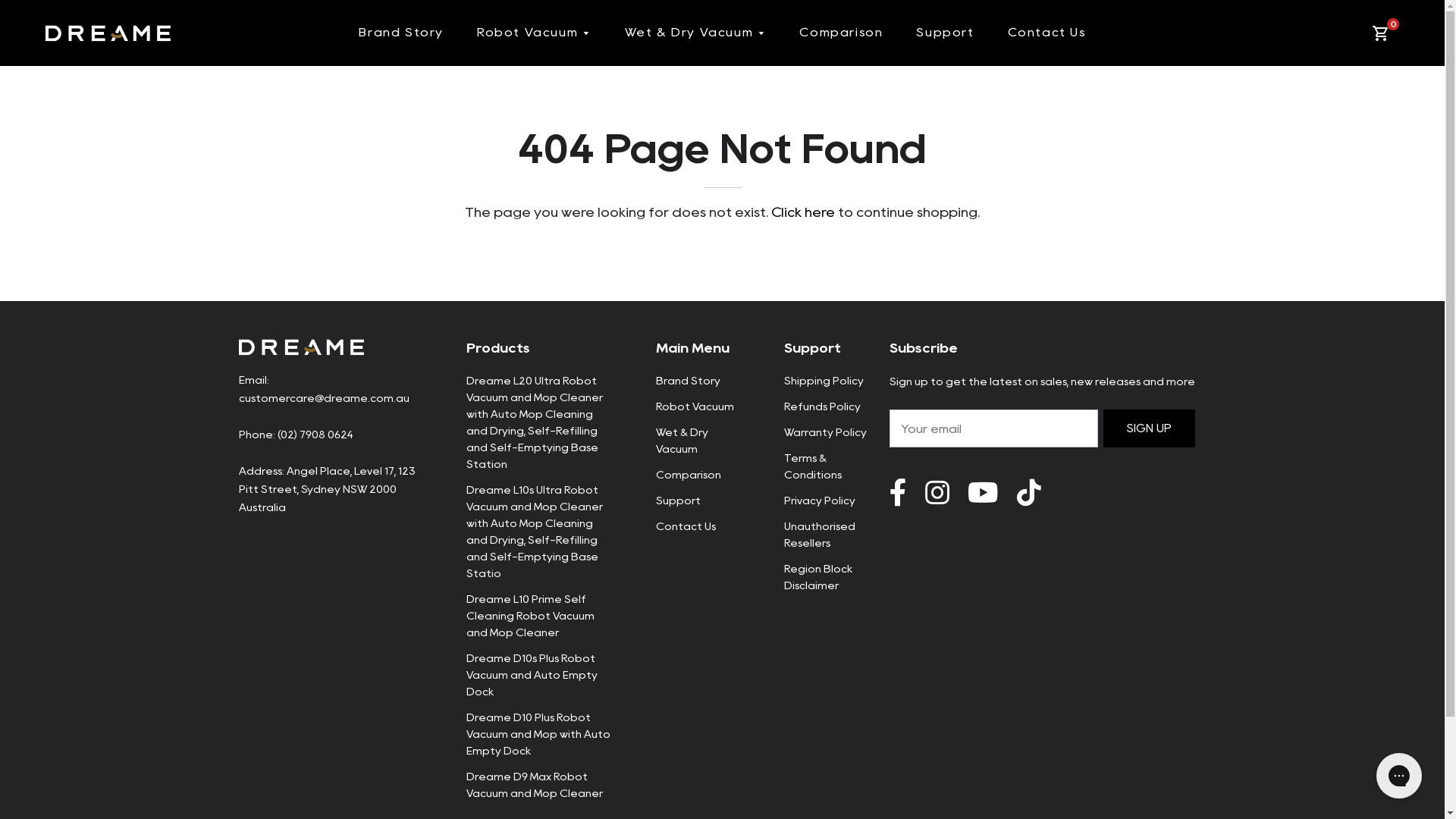  What do you see at coordinates (1398, 775) in the screenshot?
I see `'Gorgias live chat messenger'` at bounding box center [1398, 775].